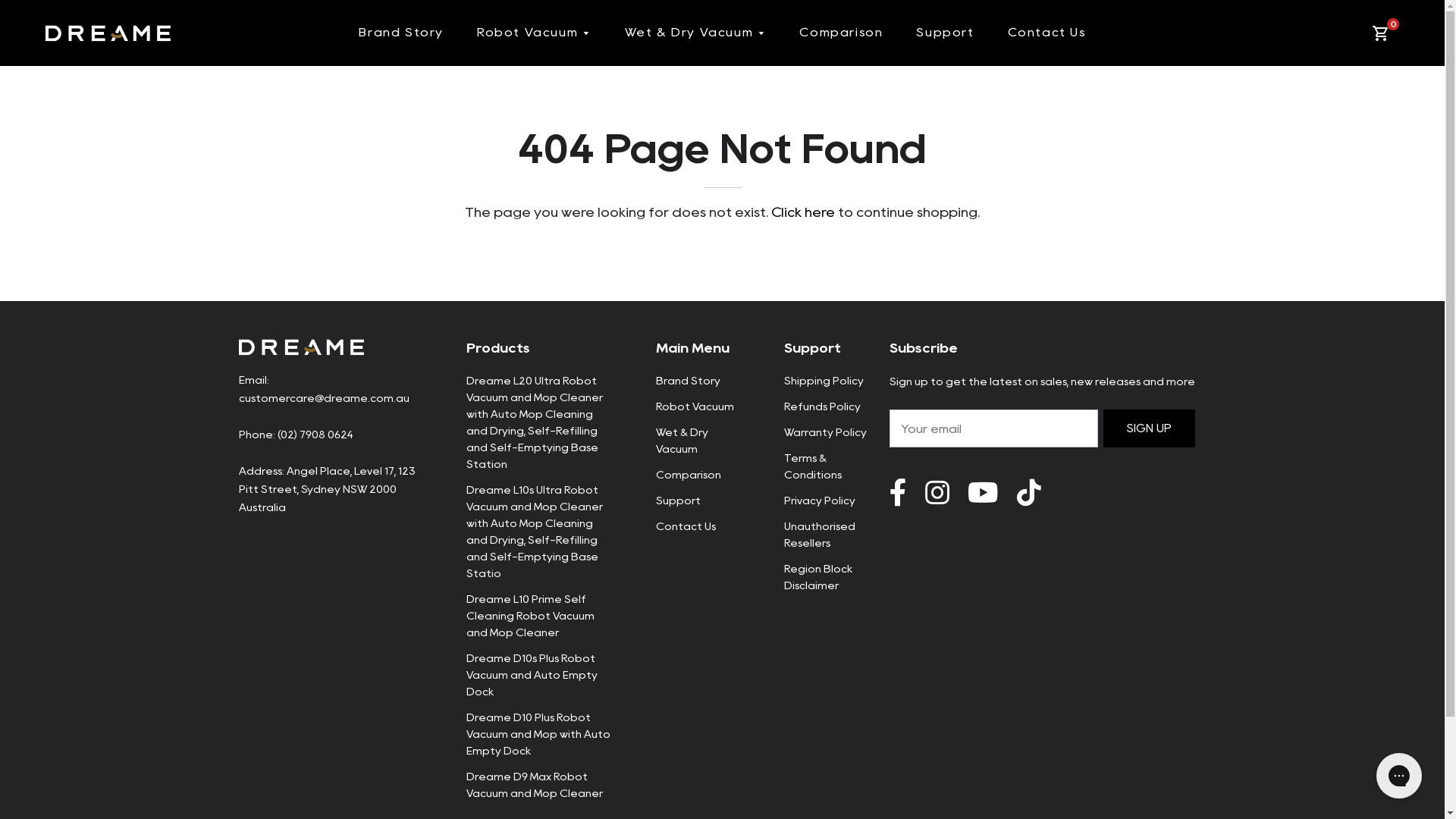  What do you see at coordinates (1398, 775) in the screenshot?
I see `'Gorgias live chat messenger'` at bounding box center [1398, 775].